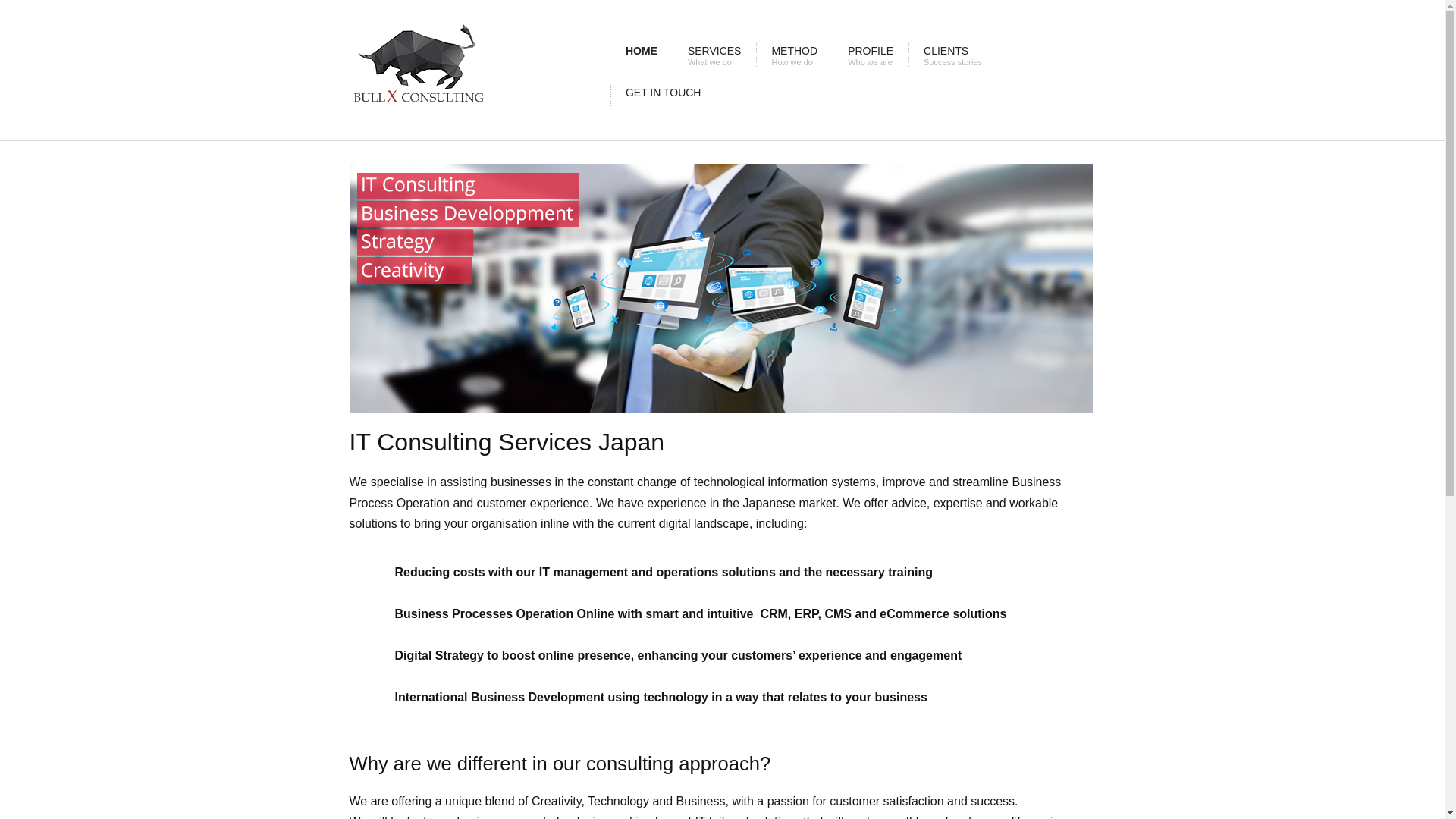  What do you see at coordinates (908, 54) in the screenshot?
I see `'CLIENTS` at bounding box center [908, 54].